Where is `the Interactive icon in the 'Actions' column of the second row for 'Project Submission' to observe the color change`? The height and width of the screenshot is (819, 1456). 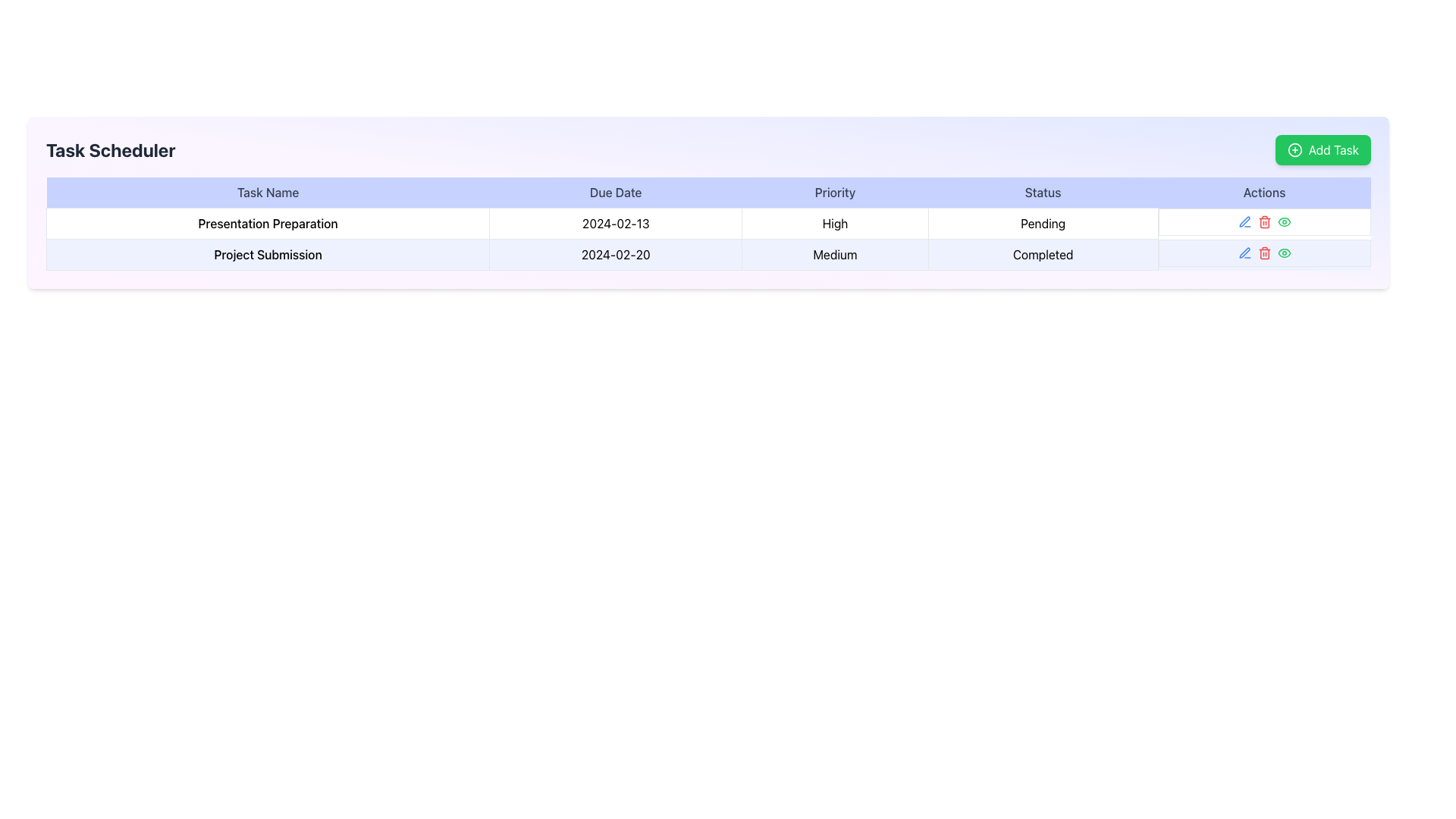
the Interactive icon in the 'Actions' column of the second row for 'Project Submission' to observe the color change is located at coordinates (1283, 221).